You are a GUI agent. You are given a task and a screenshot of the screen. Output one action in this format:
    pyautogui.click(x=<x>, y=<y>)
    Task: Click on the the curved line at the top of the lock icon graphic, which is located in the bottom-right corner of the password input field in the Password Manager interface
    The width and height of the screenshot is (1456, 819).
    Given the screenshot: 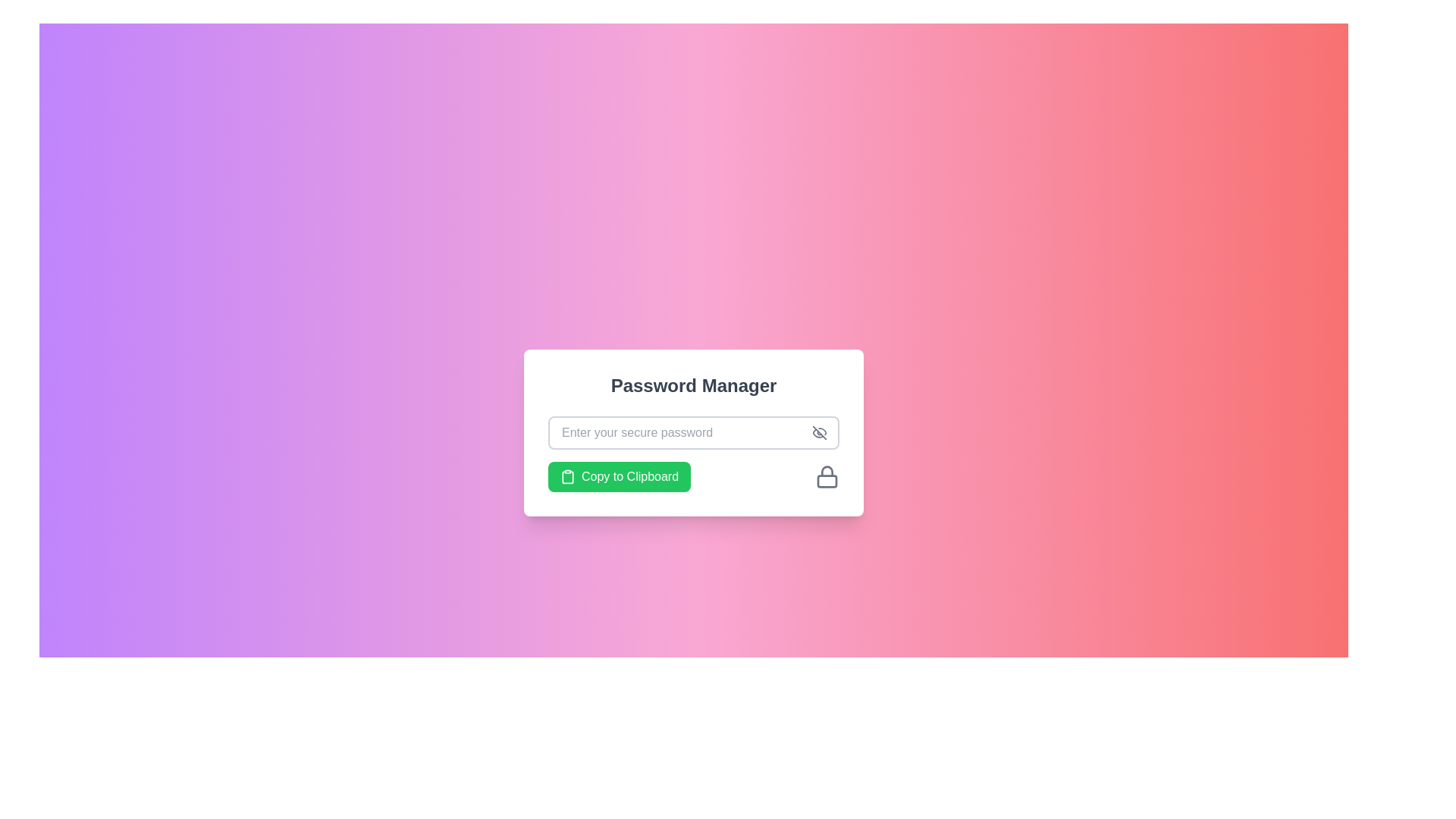 What is the action you would take?
    pyautogui.click(x=826, y=470)
    